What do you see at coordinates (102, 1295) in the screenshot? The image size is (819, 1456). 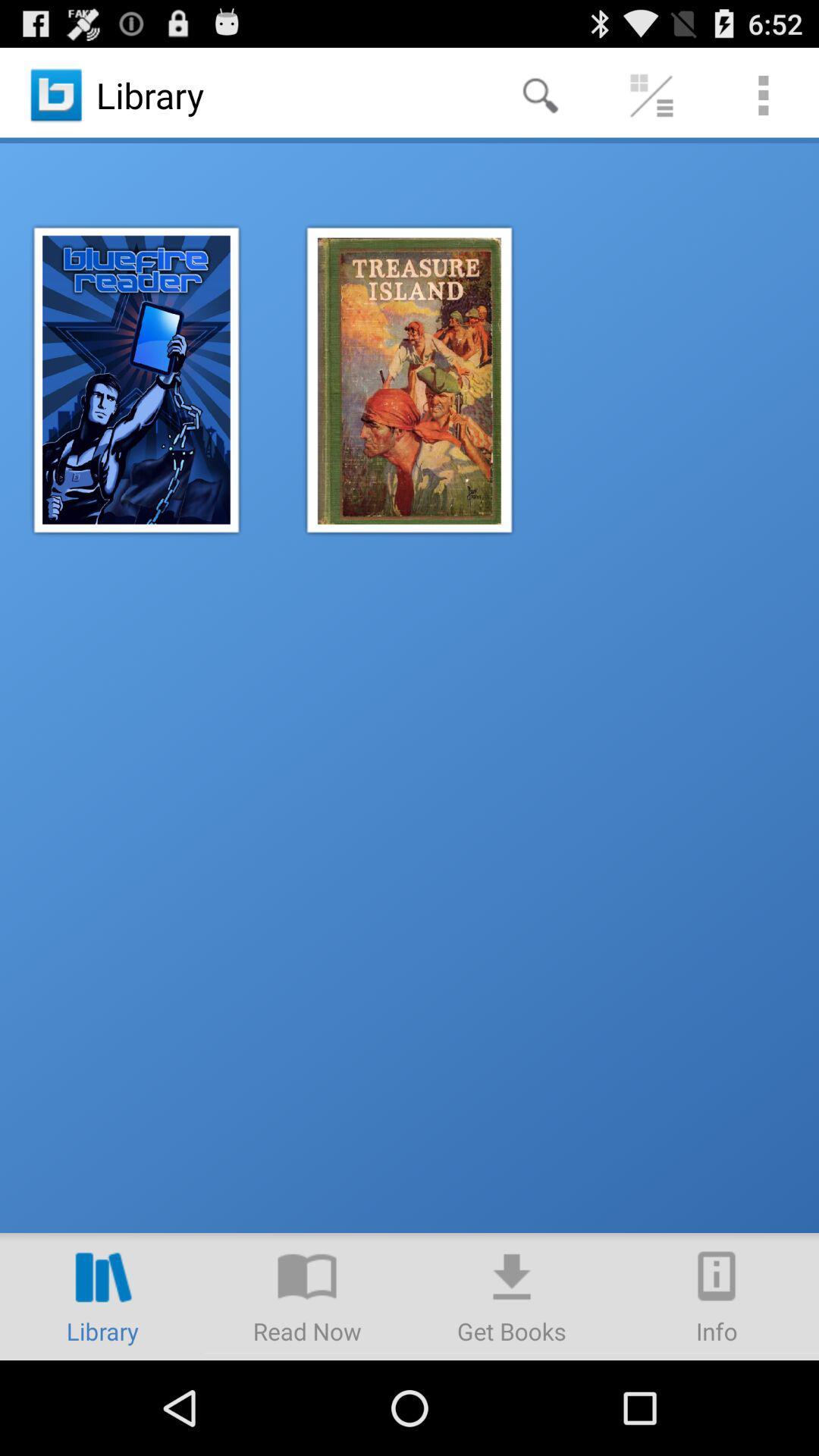 I see `open library` at bounding box center [102, 1295].